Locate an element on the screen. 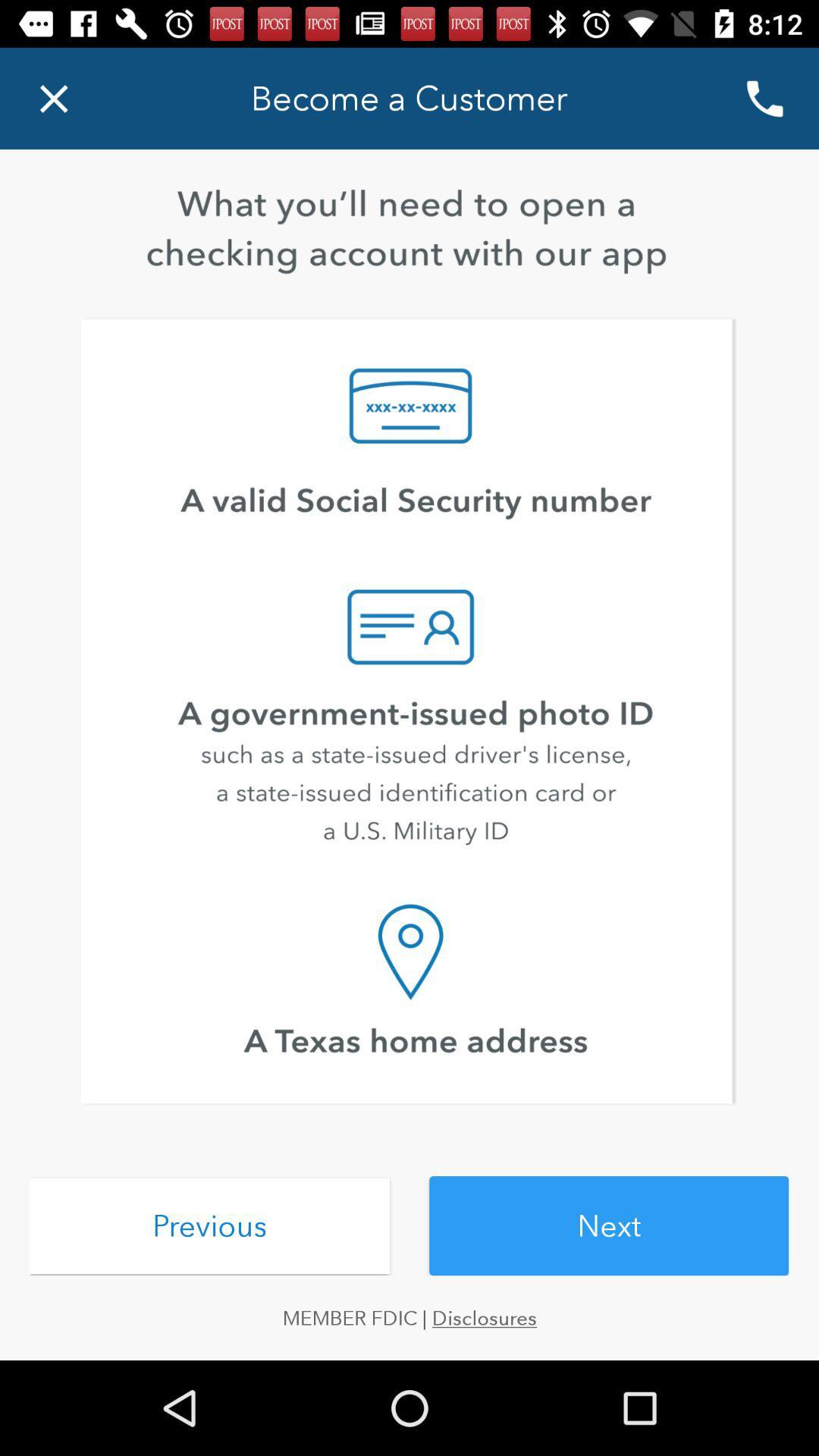  the icon to the left of the next icon is located at coordinates (209, 1226).